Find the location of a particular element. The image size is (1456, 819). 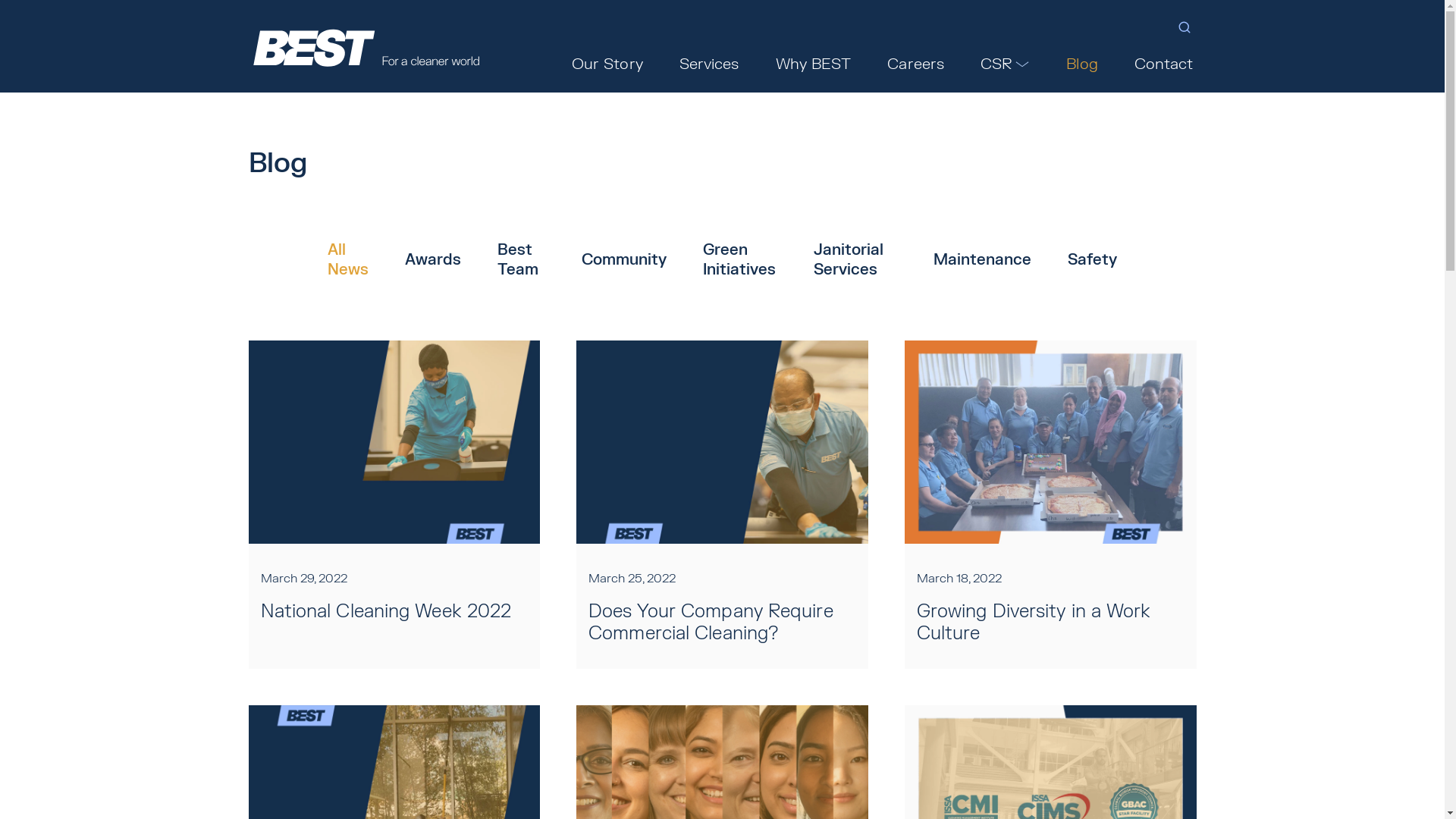

'Green Initiatives' is located at coordinates (739, 259).